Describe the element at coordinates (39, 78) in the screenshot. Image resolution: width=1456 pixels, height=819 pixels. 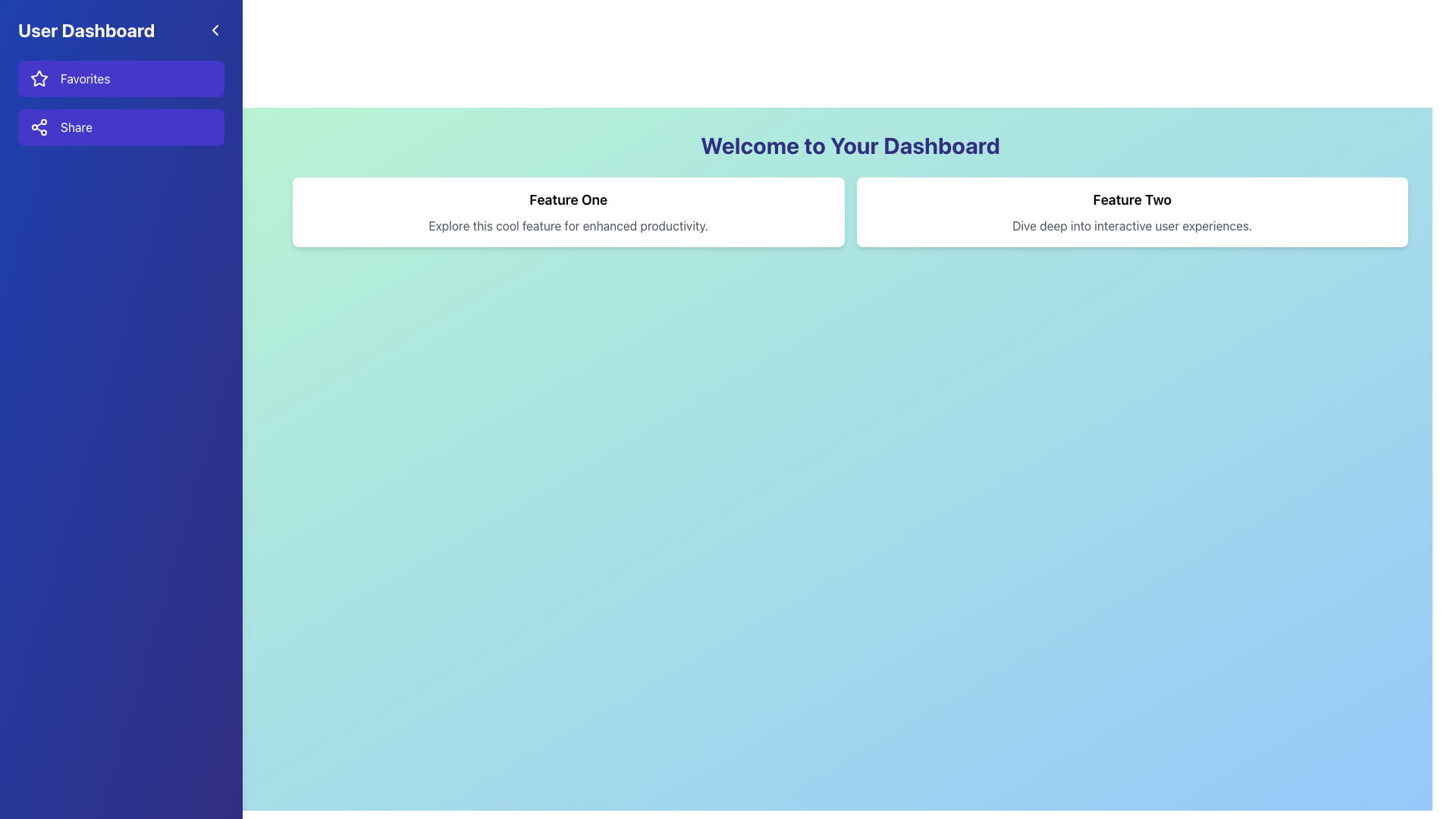
I see `the star icon in the sidebar` at that location.